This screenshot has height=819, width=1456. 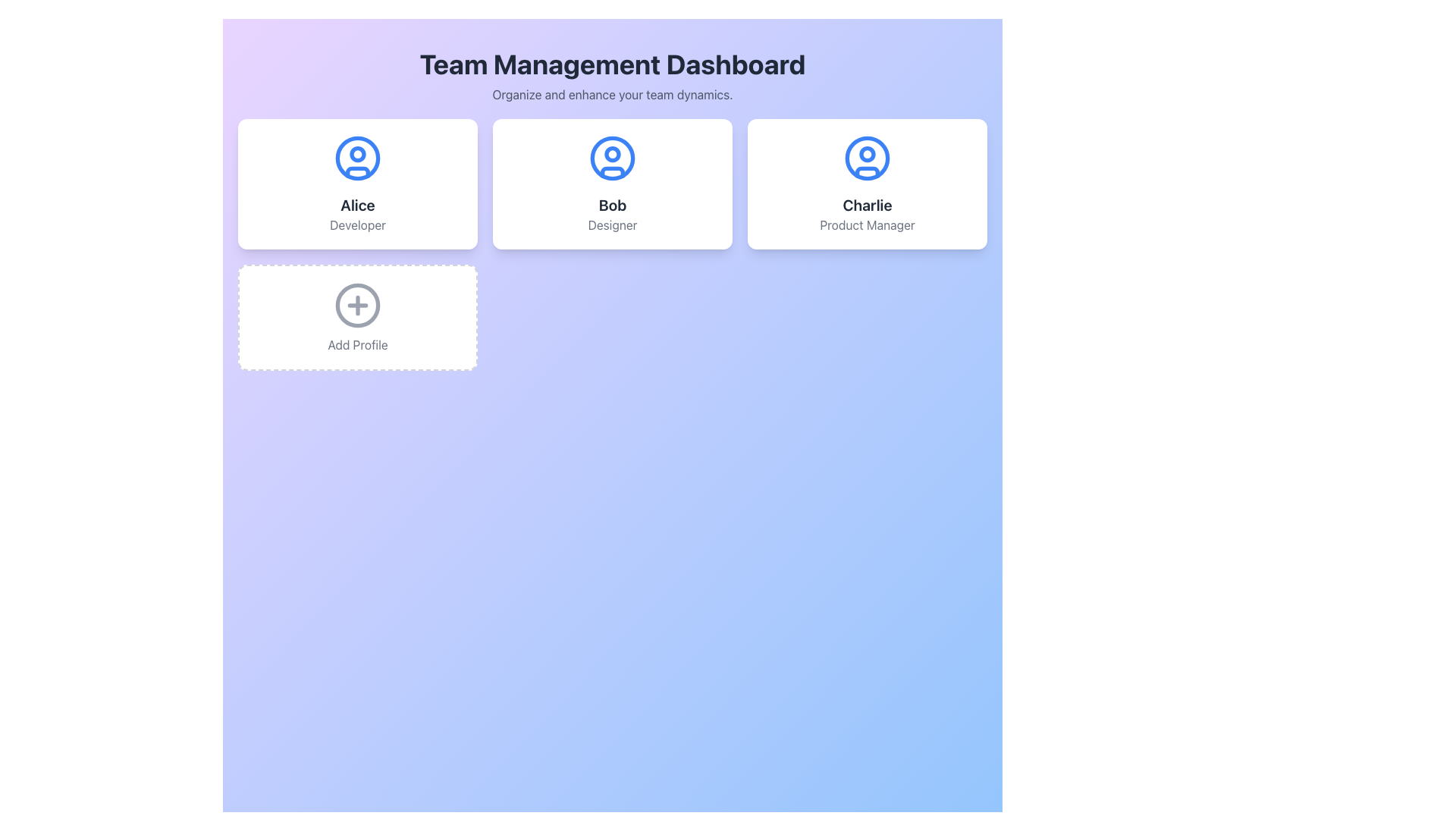 I want to click on the static text label displaying the name 'Charlie' in bold, part of the user profile card located in the top-right of the grid structure, so click(x=867, y=205).